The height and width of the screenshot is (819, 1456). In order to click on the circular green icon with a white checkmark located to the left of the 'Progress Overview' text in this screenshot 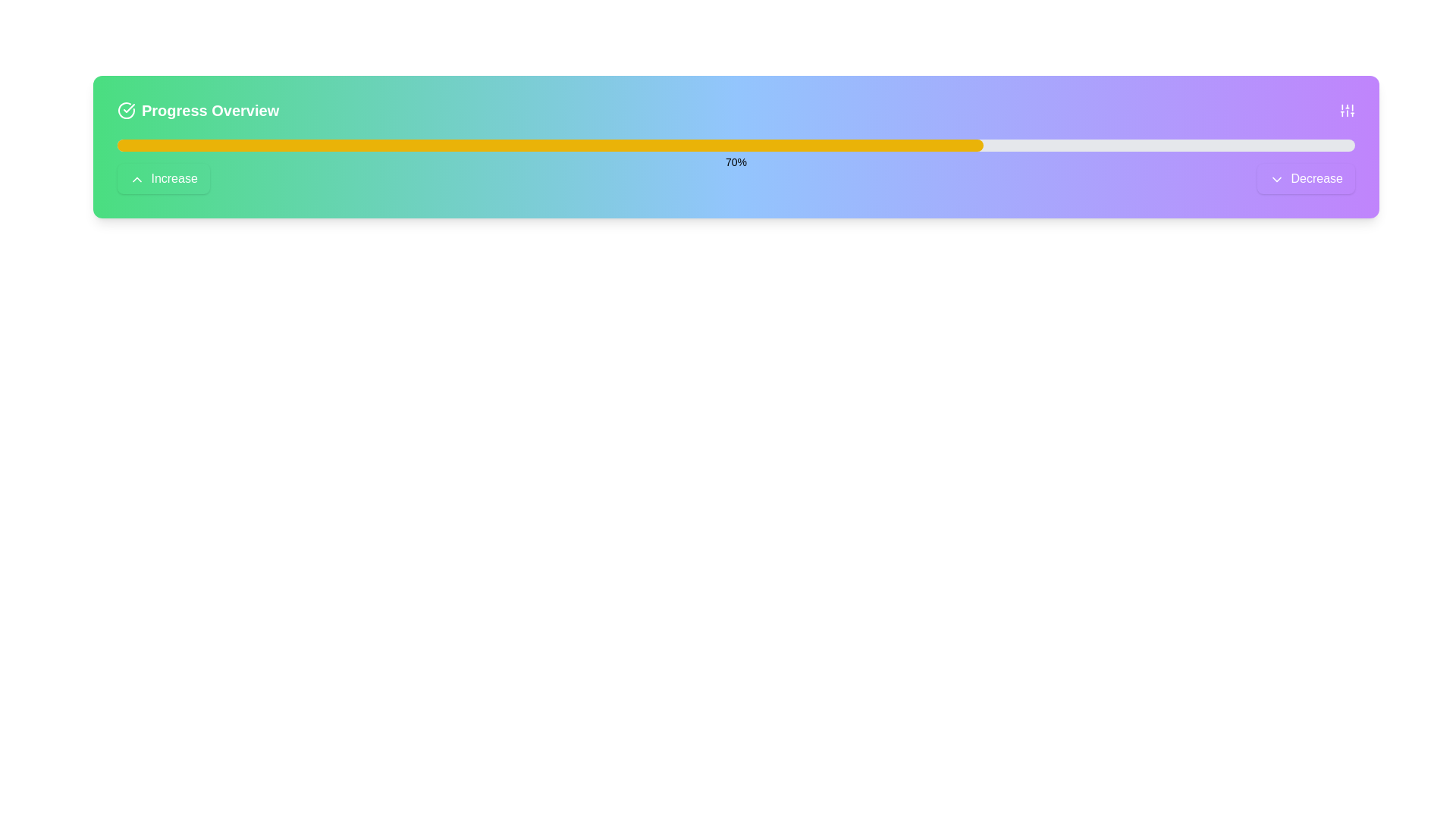, I will do `click(127, 110)`.